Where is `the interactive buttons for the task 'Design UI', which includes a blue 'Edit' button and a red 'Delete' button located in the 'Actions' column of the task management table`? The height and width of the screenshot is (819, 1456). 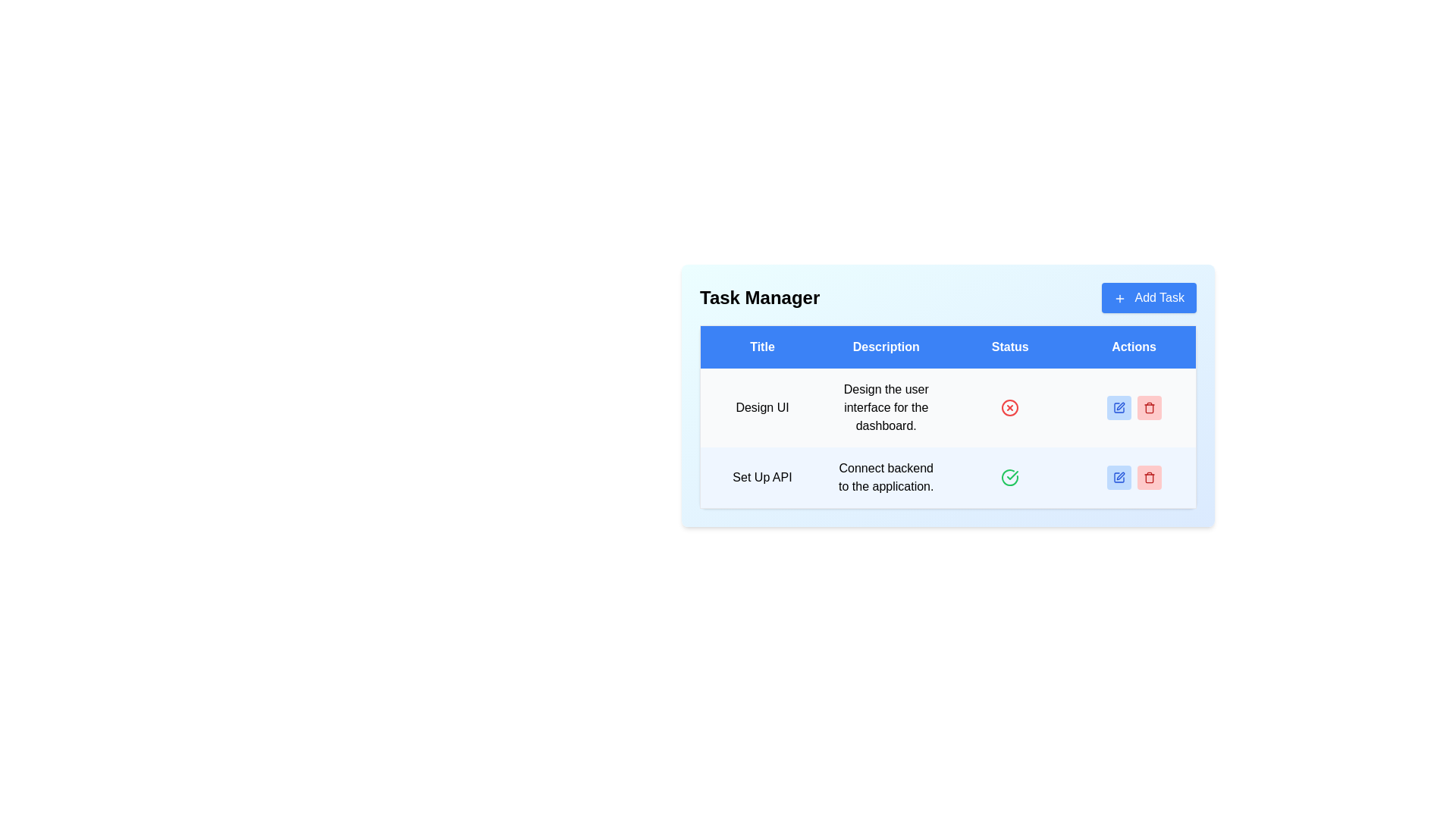
the interactive buttons for the task 'Design UI', which includes a blue 'Edit' button and a red 'Delete' button located in the 'Actions' column of the task management table is located at coordinates (1134, 406).